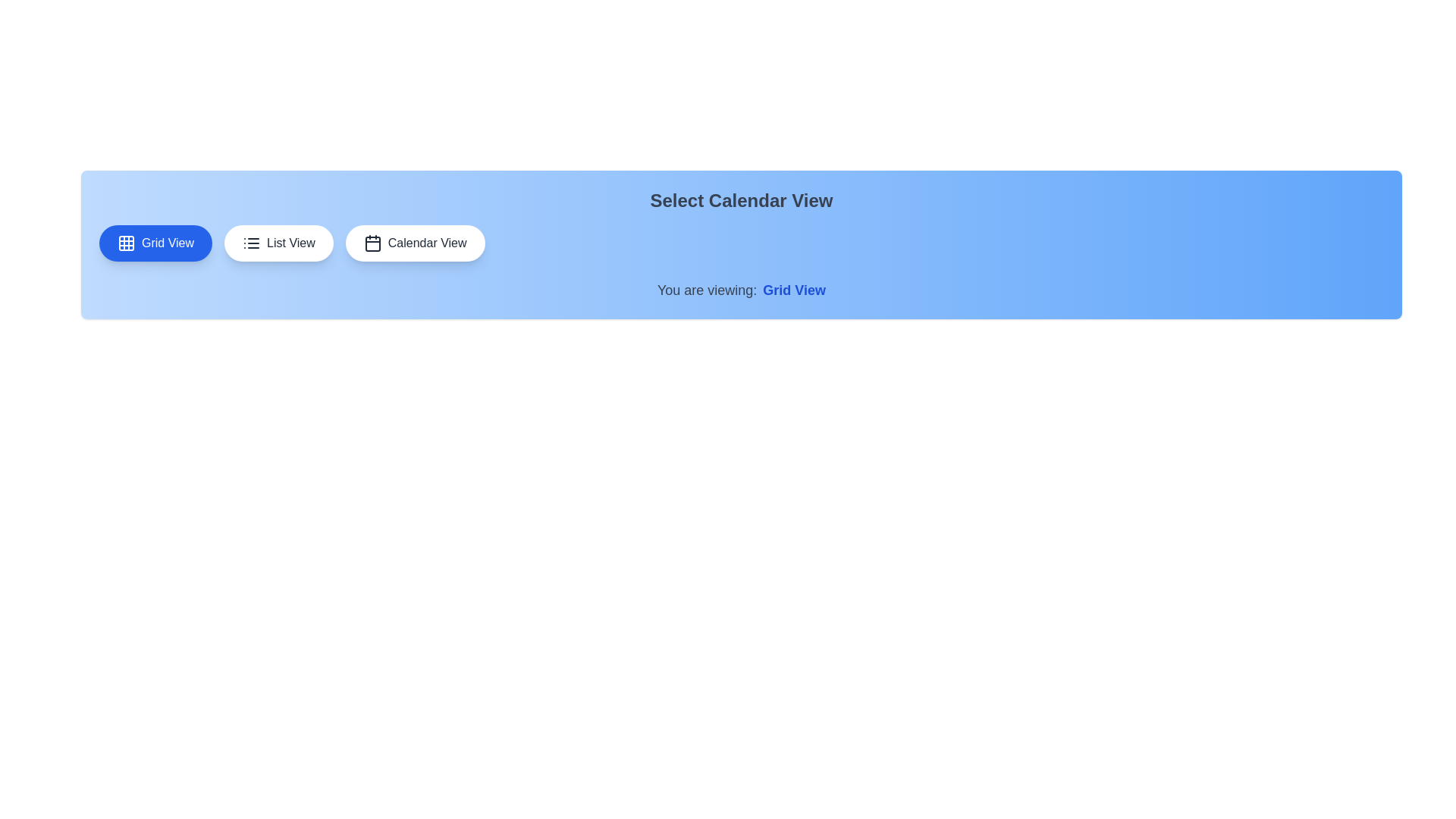 This screenshot has width=1456, height=819. I want to click on the button labeled List View to observe its hover effect, so click(278, 242).